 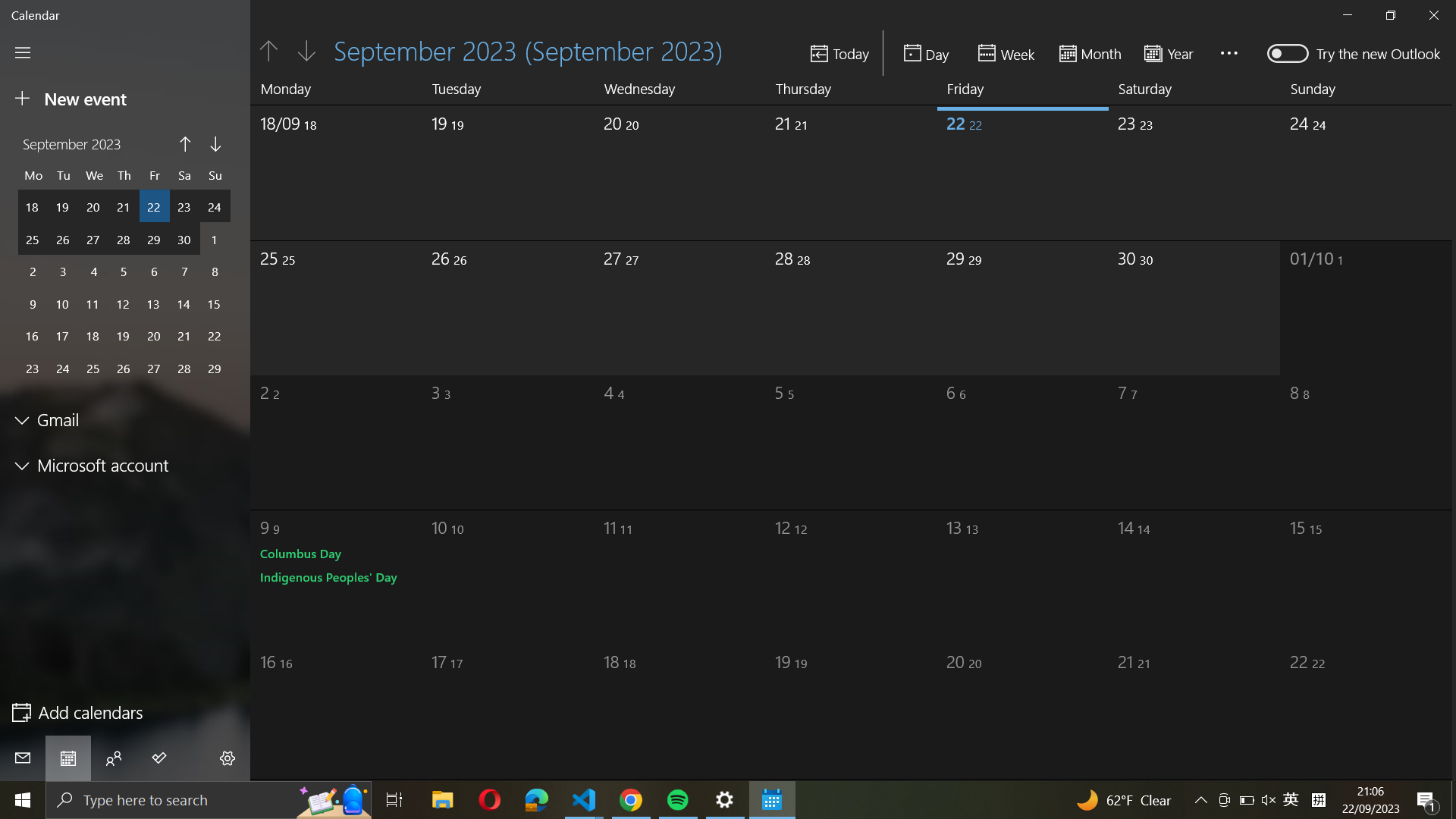 I want to click on Jump to the present day on the calendar, so click(x=839, y=52).